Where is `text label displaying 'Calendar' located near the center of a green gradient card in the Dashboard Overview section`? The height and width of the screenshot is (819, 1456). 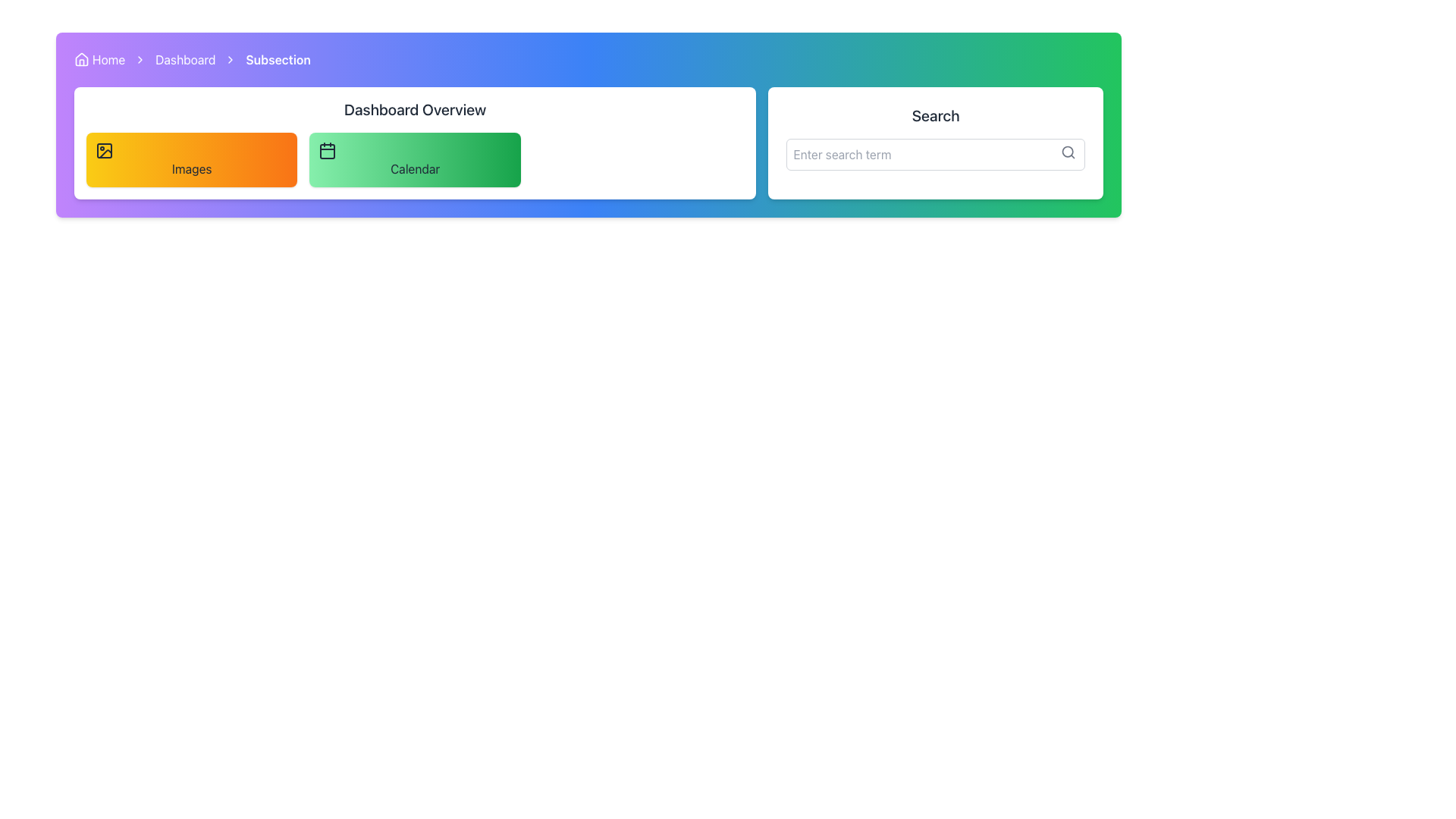
text label displaying 'Calendar' located near the center of a green gradient card in the Dashboard Overview section is located at coordinates (415, 169).